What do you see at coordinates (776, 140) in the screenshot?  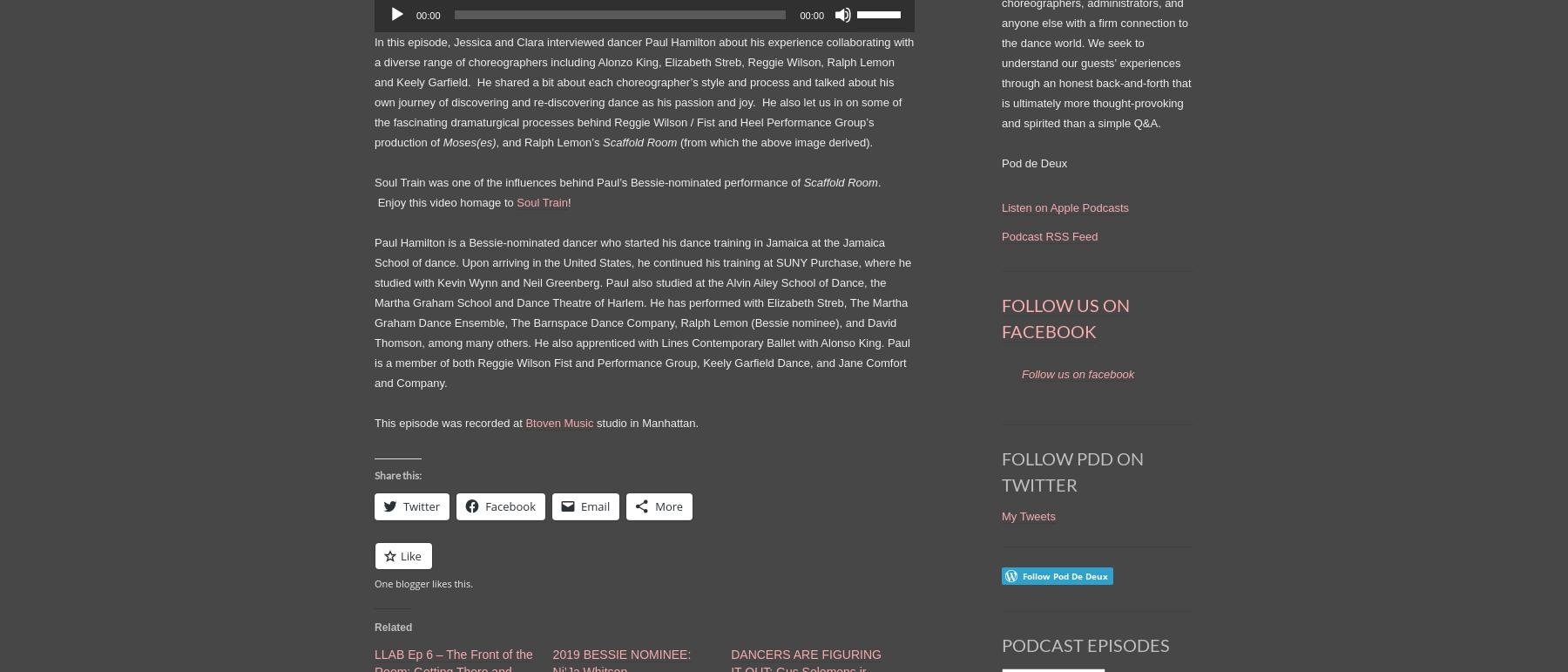 I see `'(from which the above image derived).'` at bounding box center [776, 140].